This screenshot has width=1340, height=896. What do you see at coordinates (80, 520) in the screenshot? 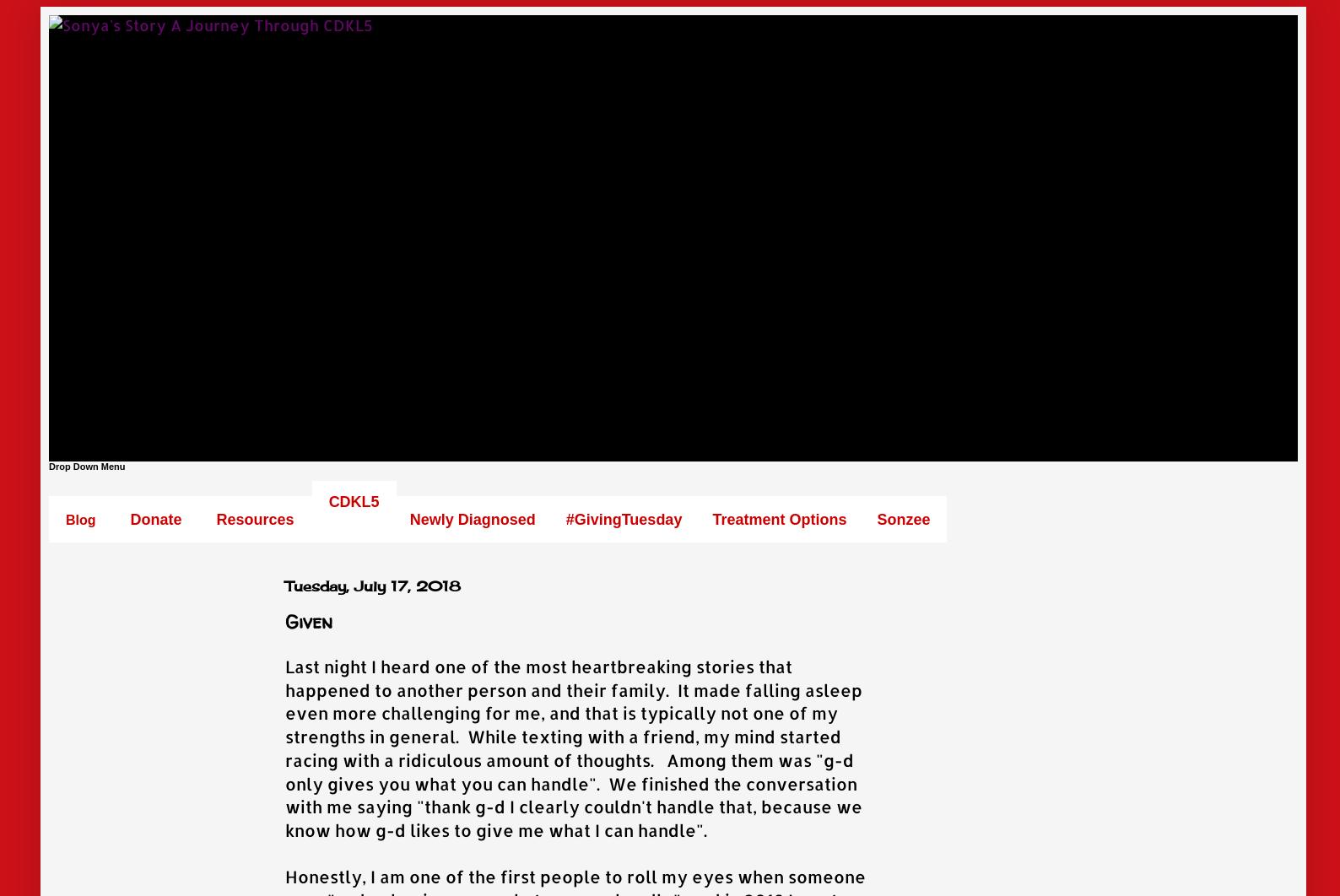
I see `'Blog'` at bounding box center [80, 520].